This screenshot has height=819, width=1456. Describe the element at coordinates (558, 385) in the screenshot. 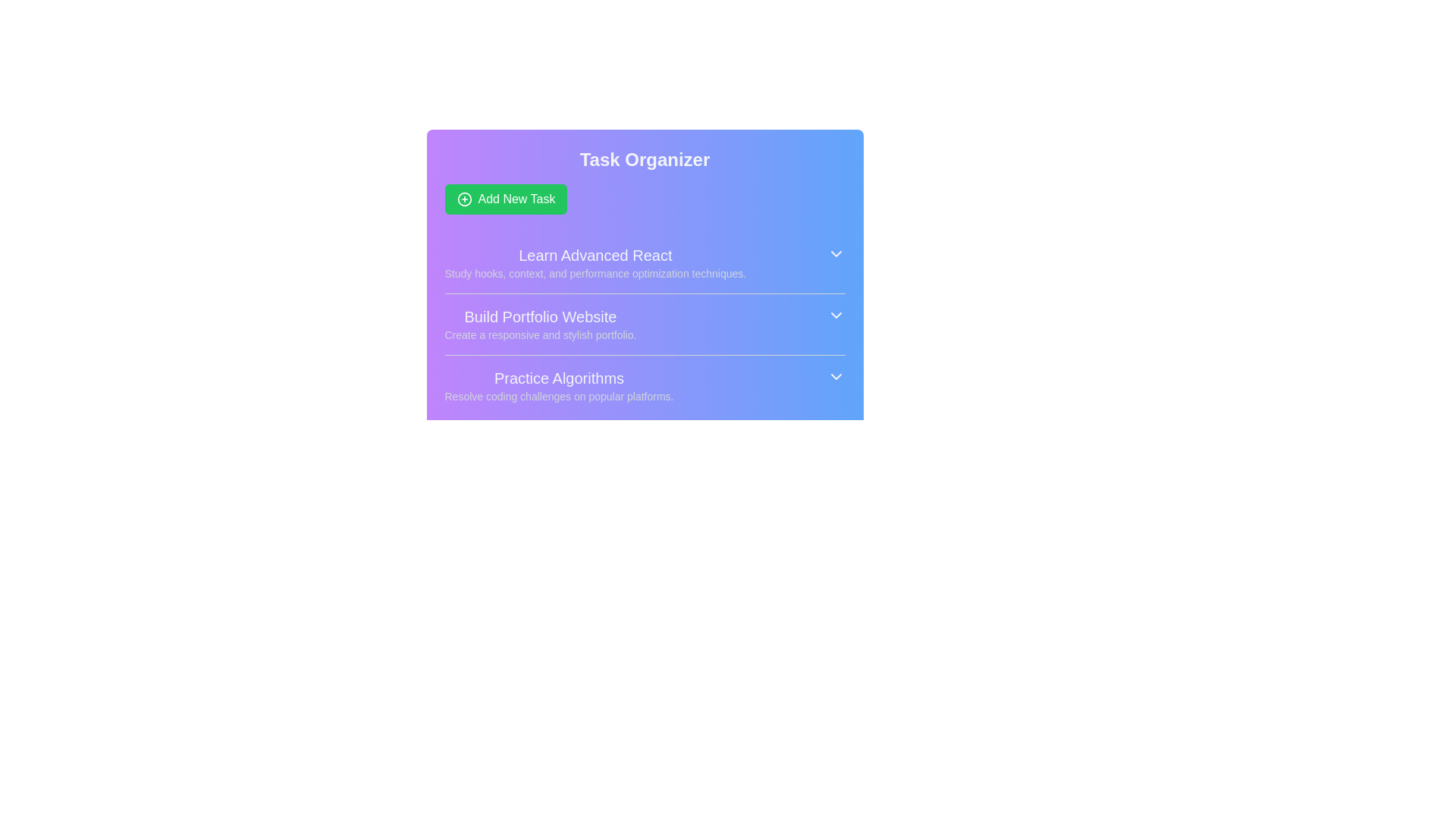

I see `the 'Practice Algorithms' text element, which features a larger white font for the title and a smaller gray font for the description, located in the 'Task Organizer' interface as the third item in the list` at that location.